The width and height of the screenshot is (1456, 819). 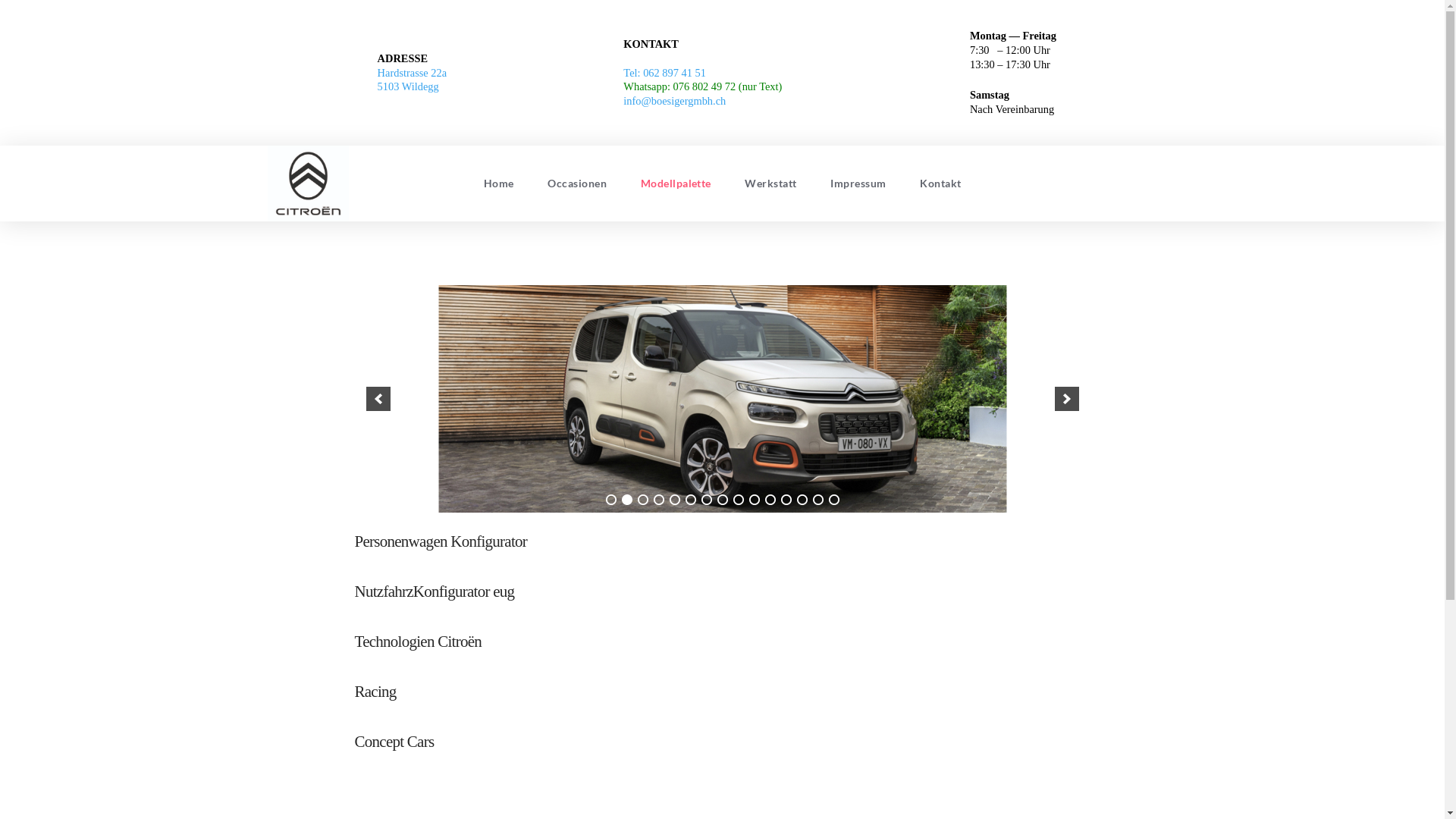 I want to click on 'Concept Cars', so click(x=394, y=741).